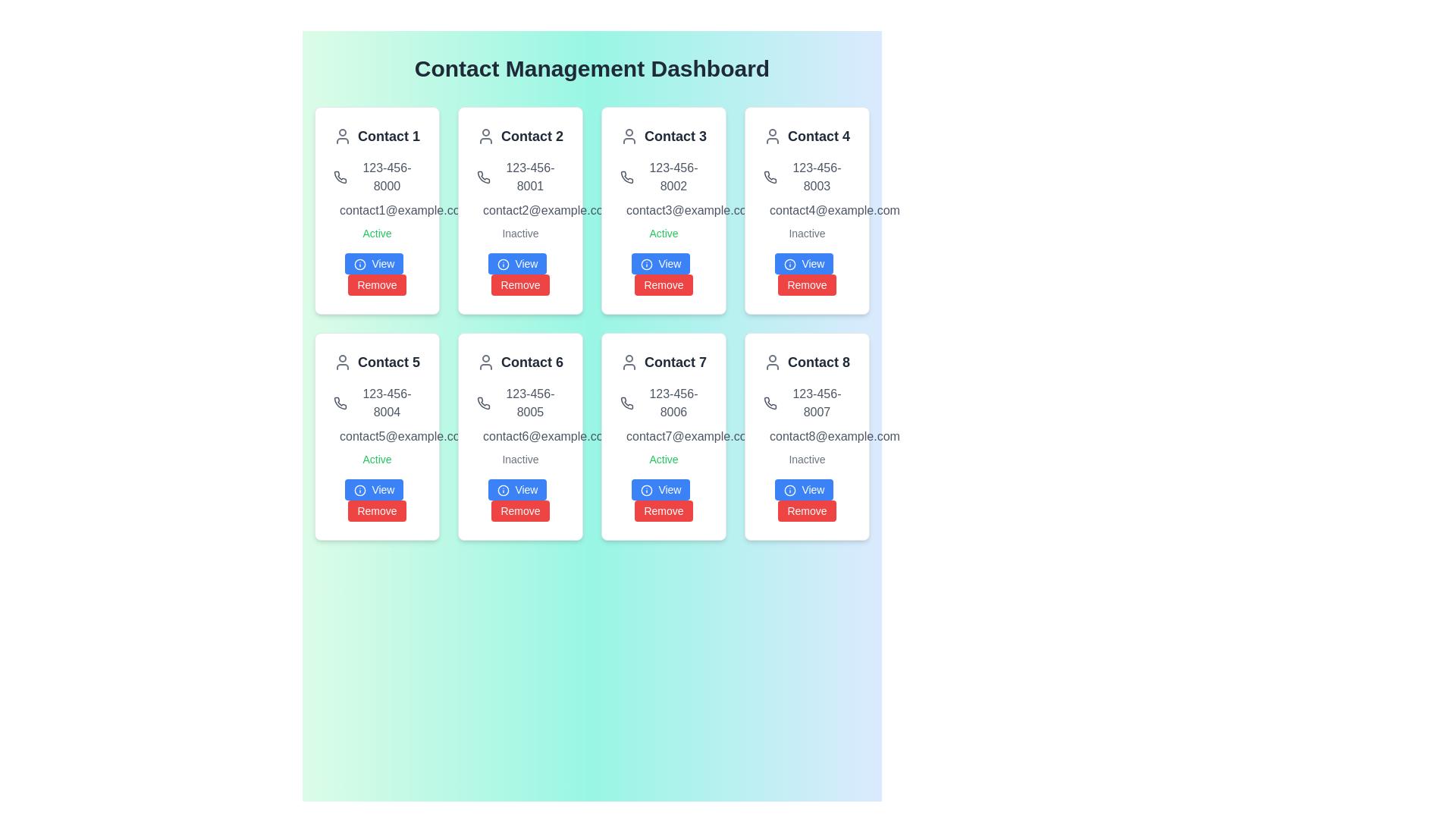 The width and height of the screenshot is (1456, 819). What do you see at coordinates (664, 210) in the screenshot?
I see `the static text displaying the email address associated with 'Contact 3', located beneath the phone number and above the 'Active' status indicator` at bounding box center [664, 210].